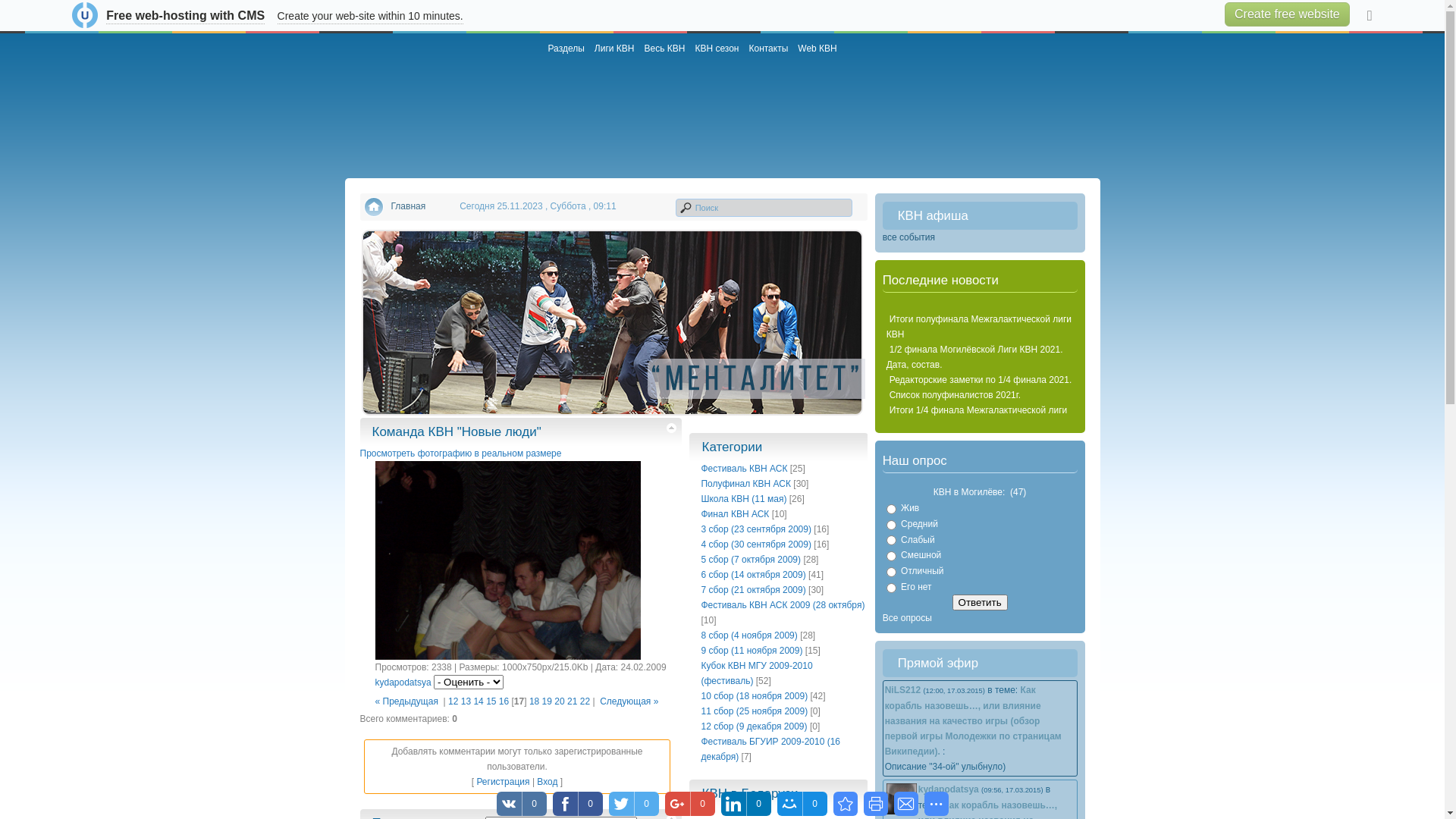 The height and width of the screenshot is (819, 1456). What do you see at coordinates (584, 701) in the screenshot?
I see `'22'` at bounding box center [584, 701].